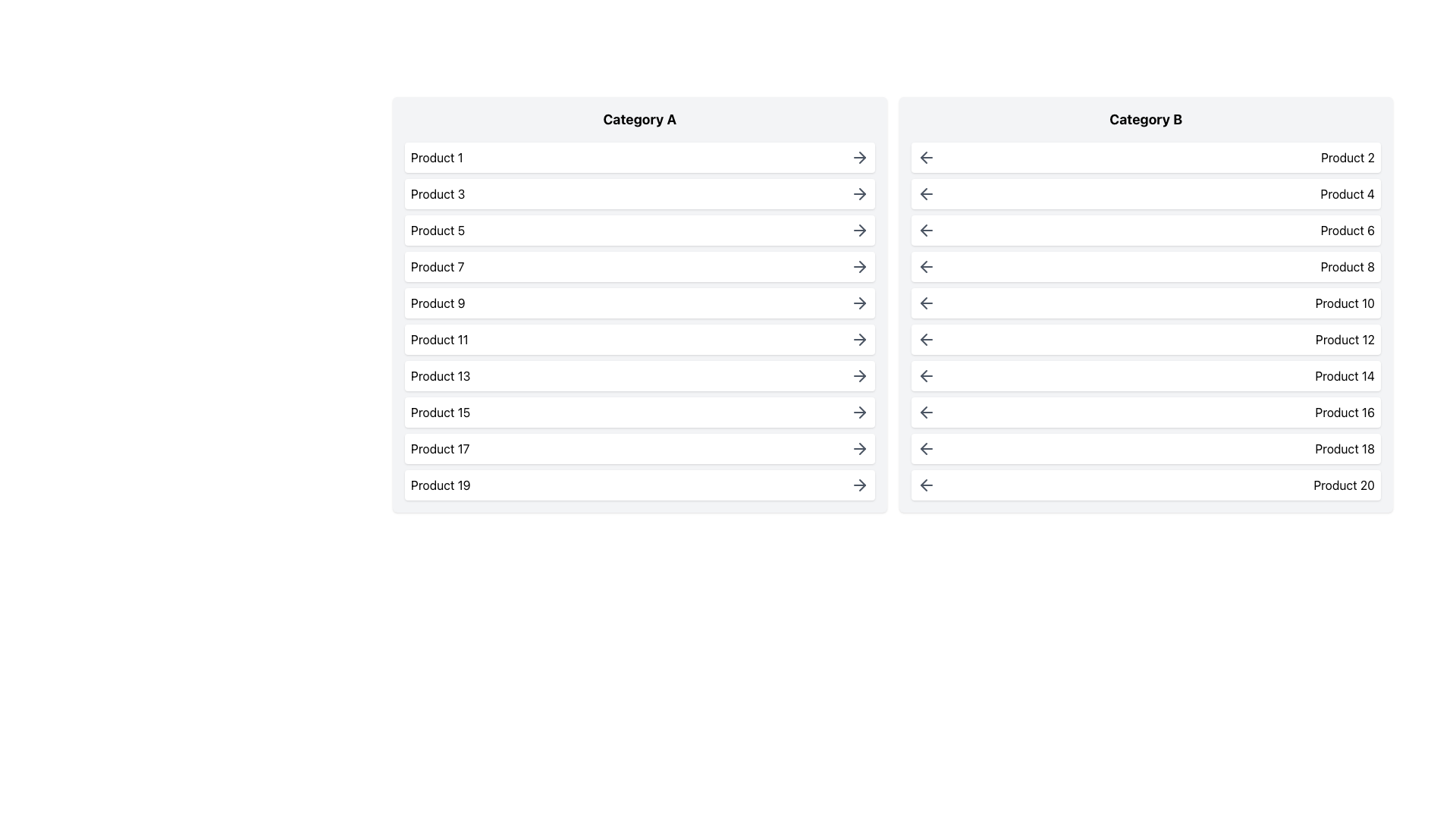 The width and height of the screenshot is (1456, 819). Describe the element at coordinates (1345, 375) in the screenshot. I see `the text label displaying 'Product 14', which is located at the far right of a row with rounded corners and shadowing` at that location.